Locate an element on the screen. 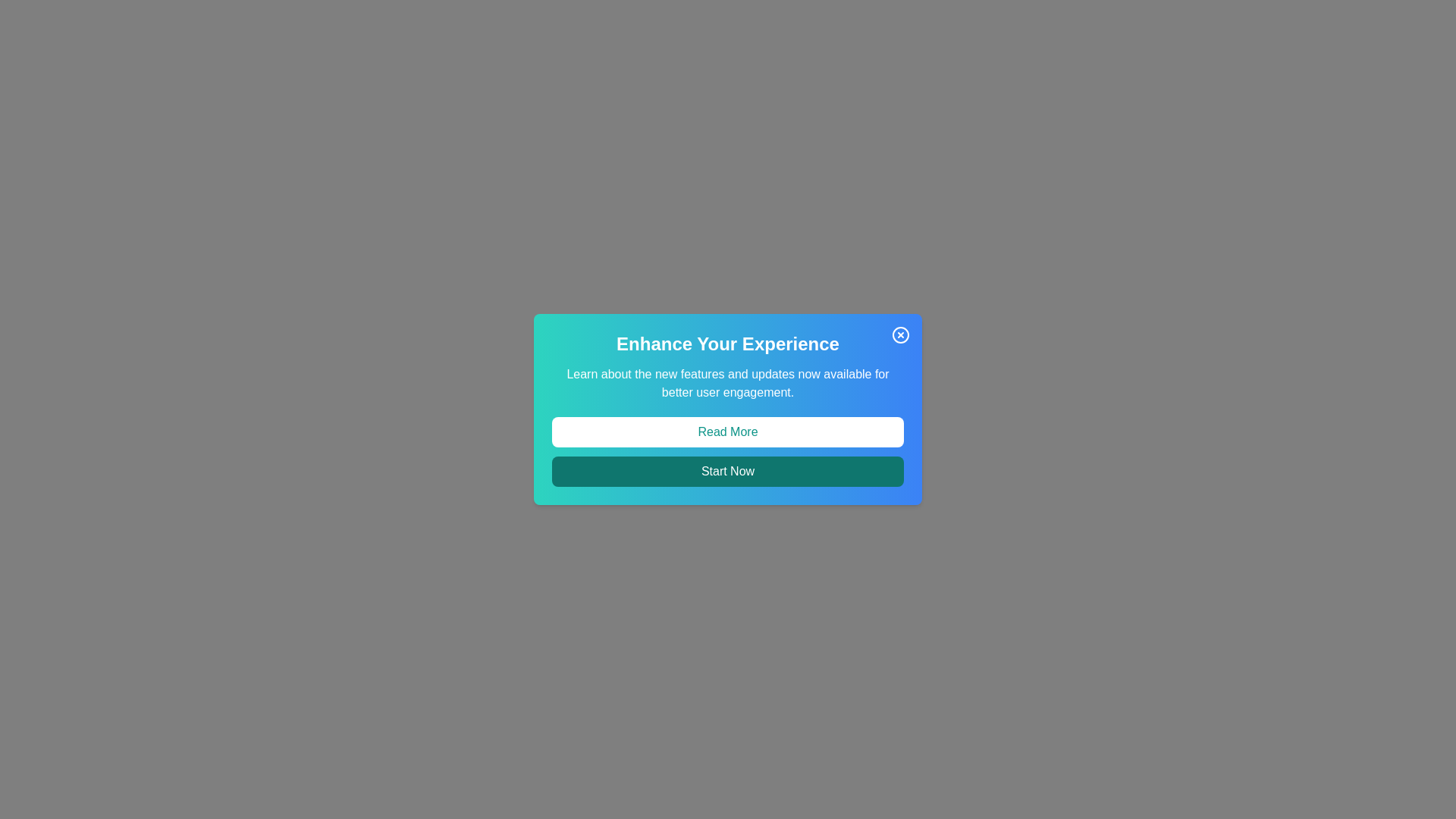  the close button of the dialog to close it is located at coordinates (901, 334).